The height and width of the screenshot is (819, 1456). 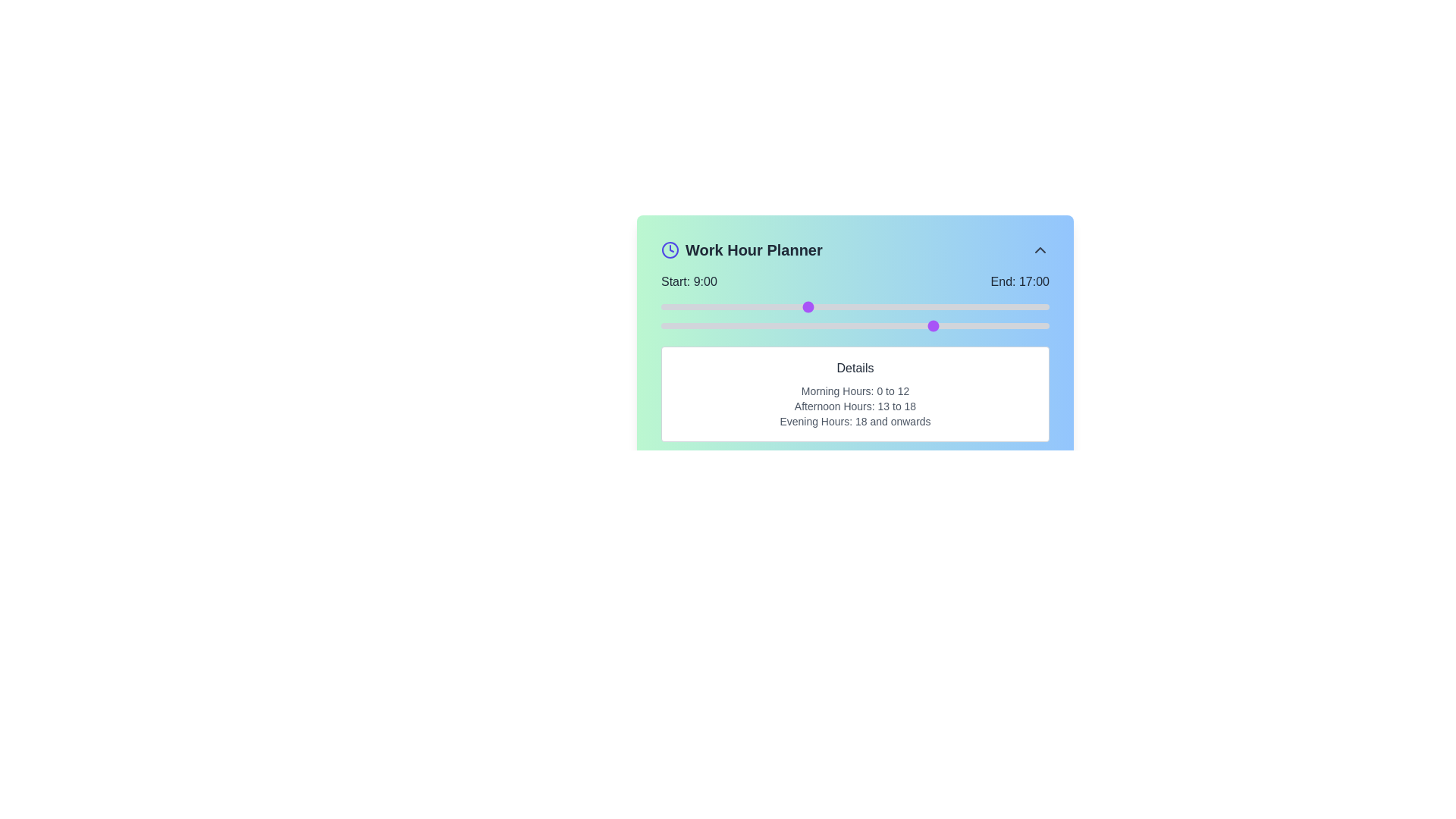 I want to click on the end time slider to 18 hours, so click(x=952, y=325).